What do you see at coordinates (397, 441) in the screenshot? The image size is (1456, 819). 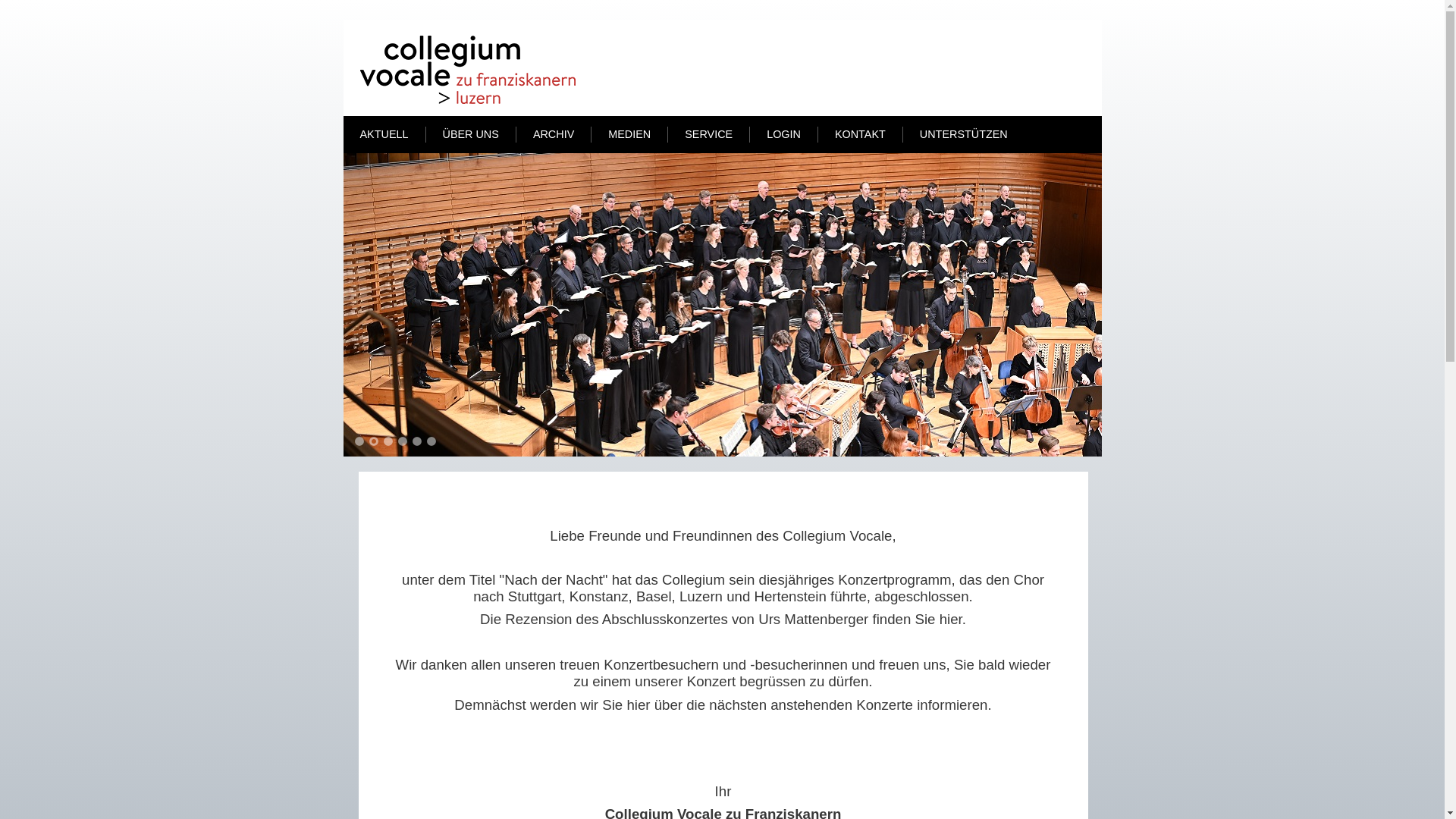 I see `'4'` at bounding box center [397, 441].